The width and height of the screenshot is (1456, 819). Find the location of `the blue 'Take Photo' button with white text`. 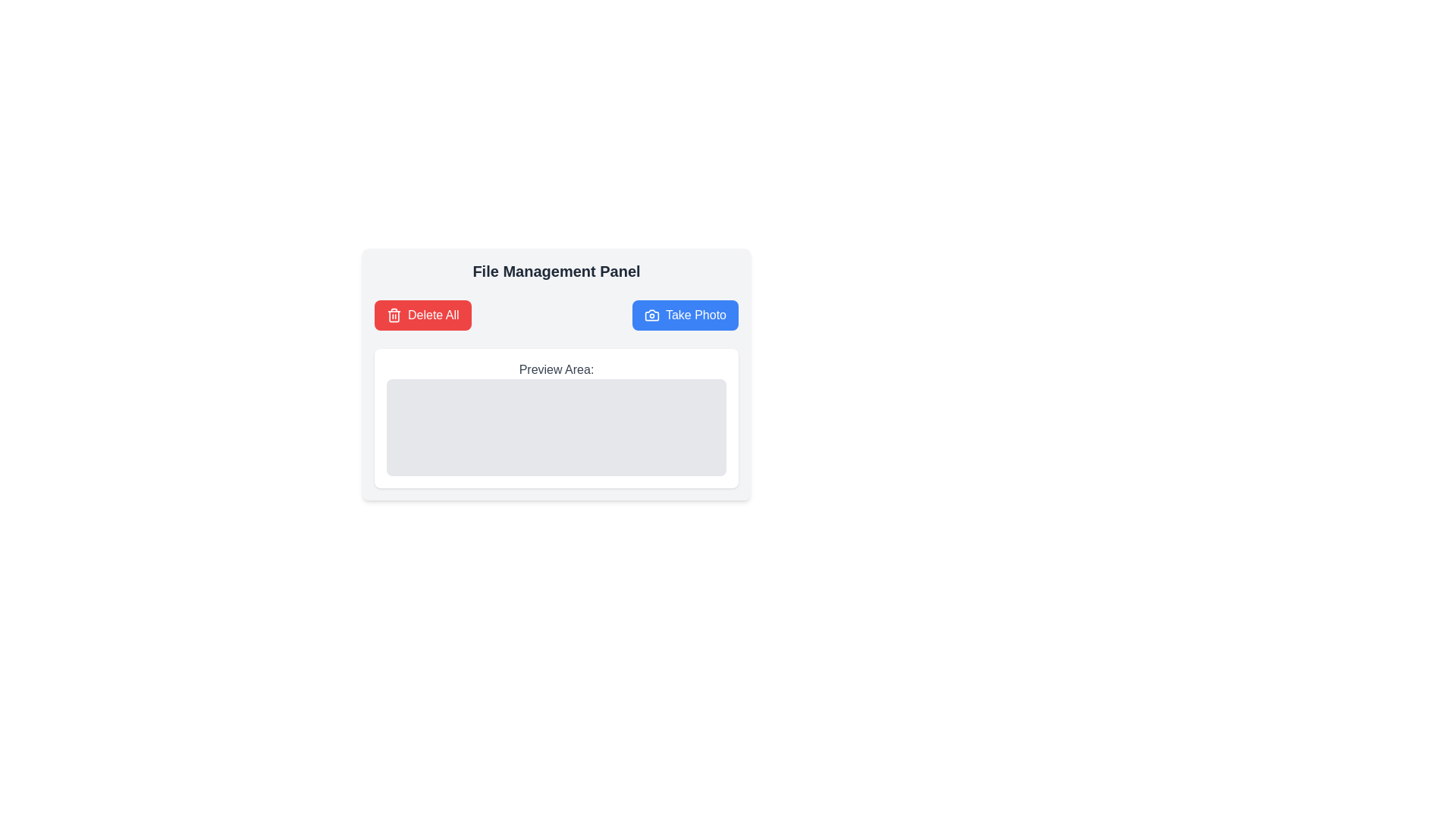

the blue 'Take Photo' button with white text is located at coordinates (684, 315).